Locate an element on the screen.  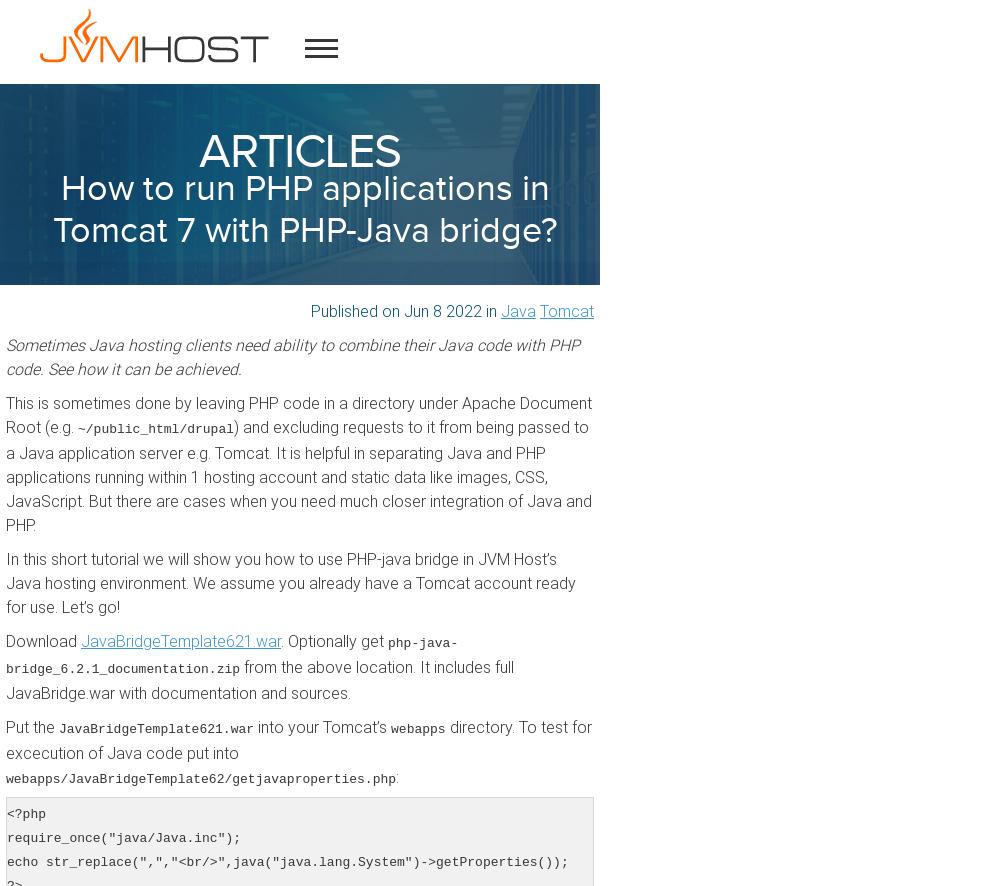
'php-java-bridge_6.2.1_documentation.zip' is located at coordinates (231, 656).